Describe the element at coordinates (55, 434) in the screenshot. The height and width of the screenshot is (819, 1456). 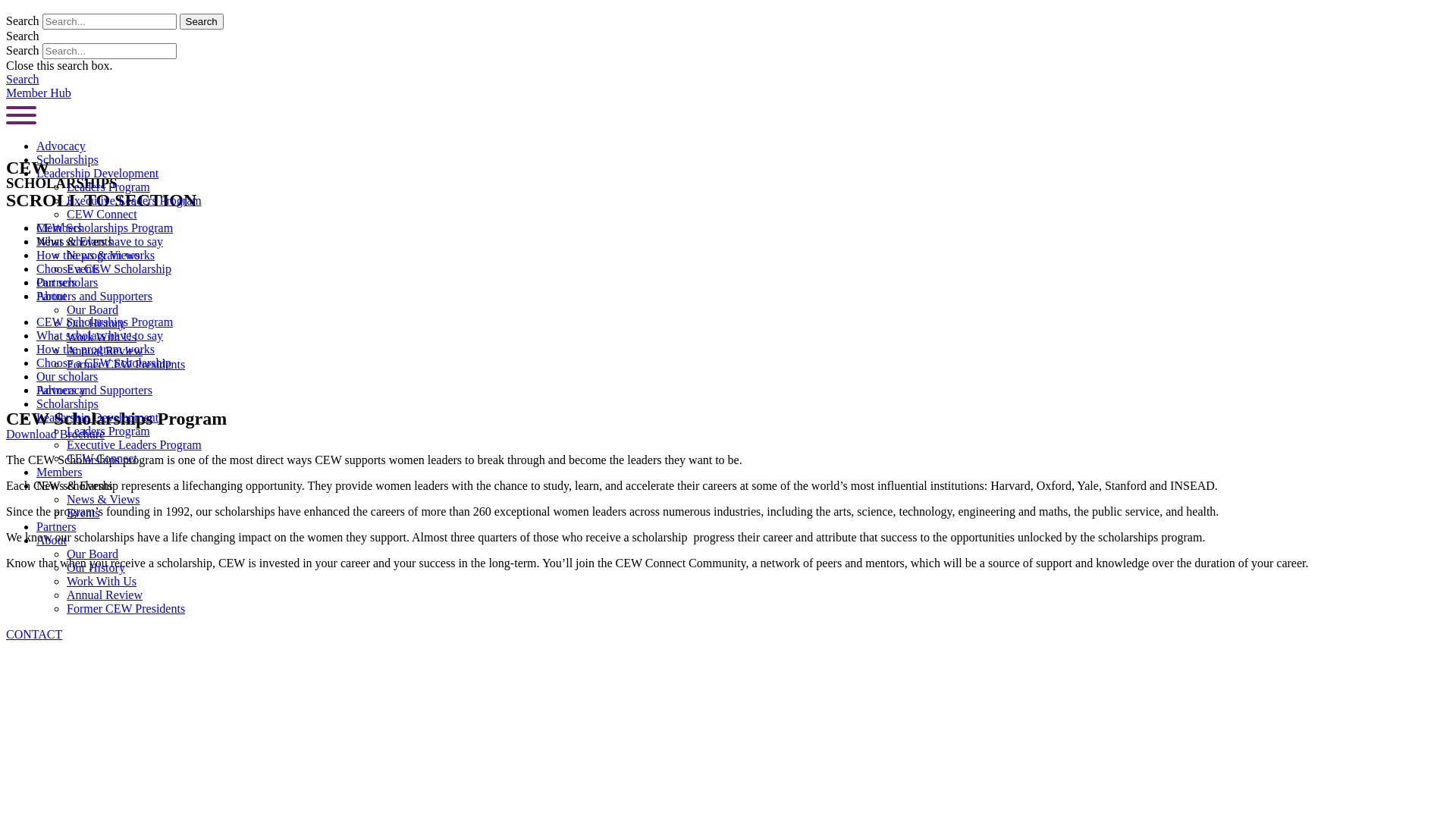
I see `'Download Brochure'` at that location.